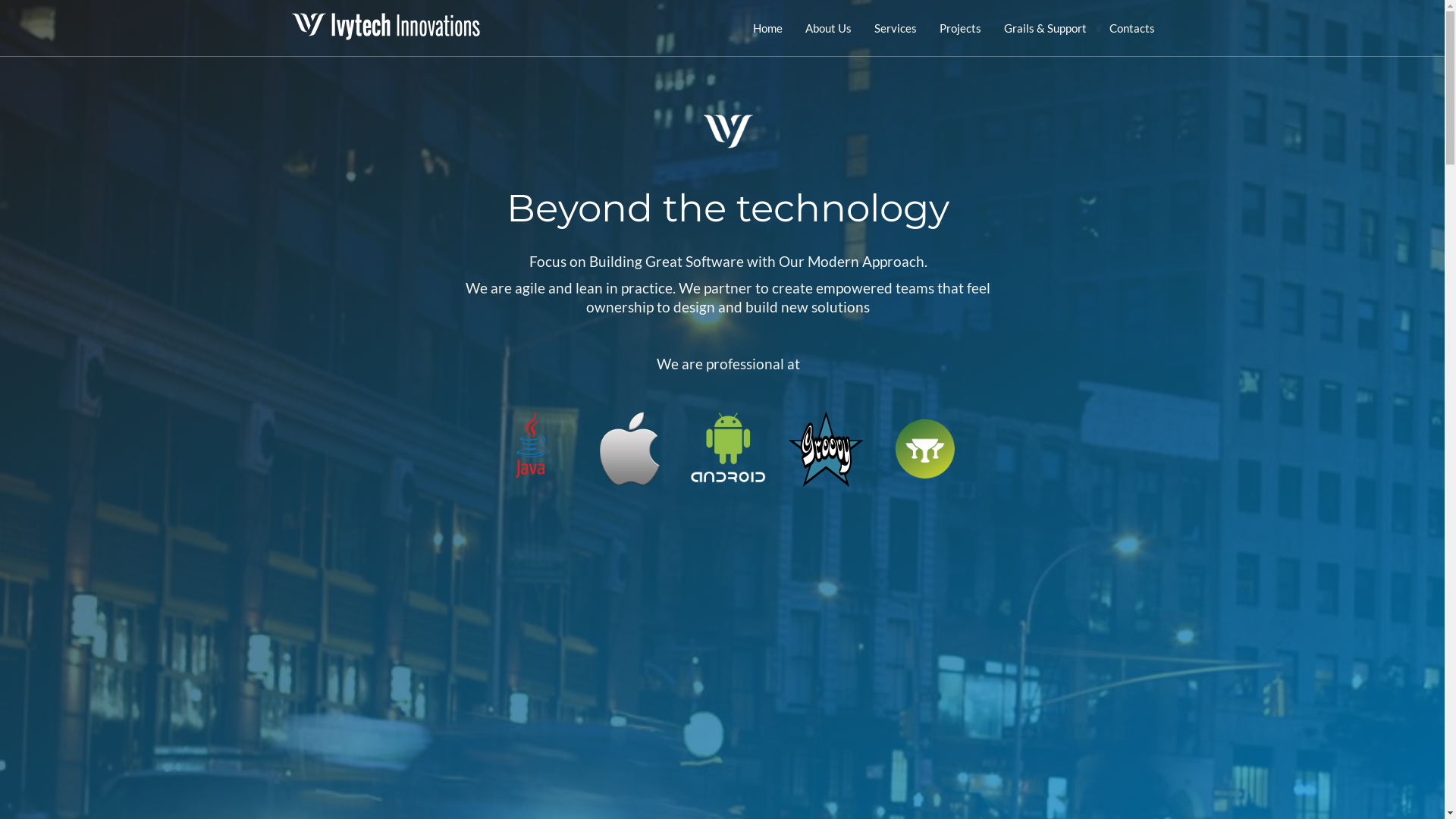 This screenshot has width=1456, height=819. What do you see at coordinates (1131, 28) in the screenshot?
I see `'Contacts'` at bounding box center [1131, 28].